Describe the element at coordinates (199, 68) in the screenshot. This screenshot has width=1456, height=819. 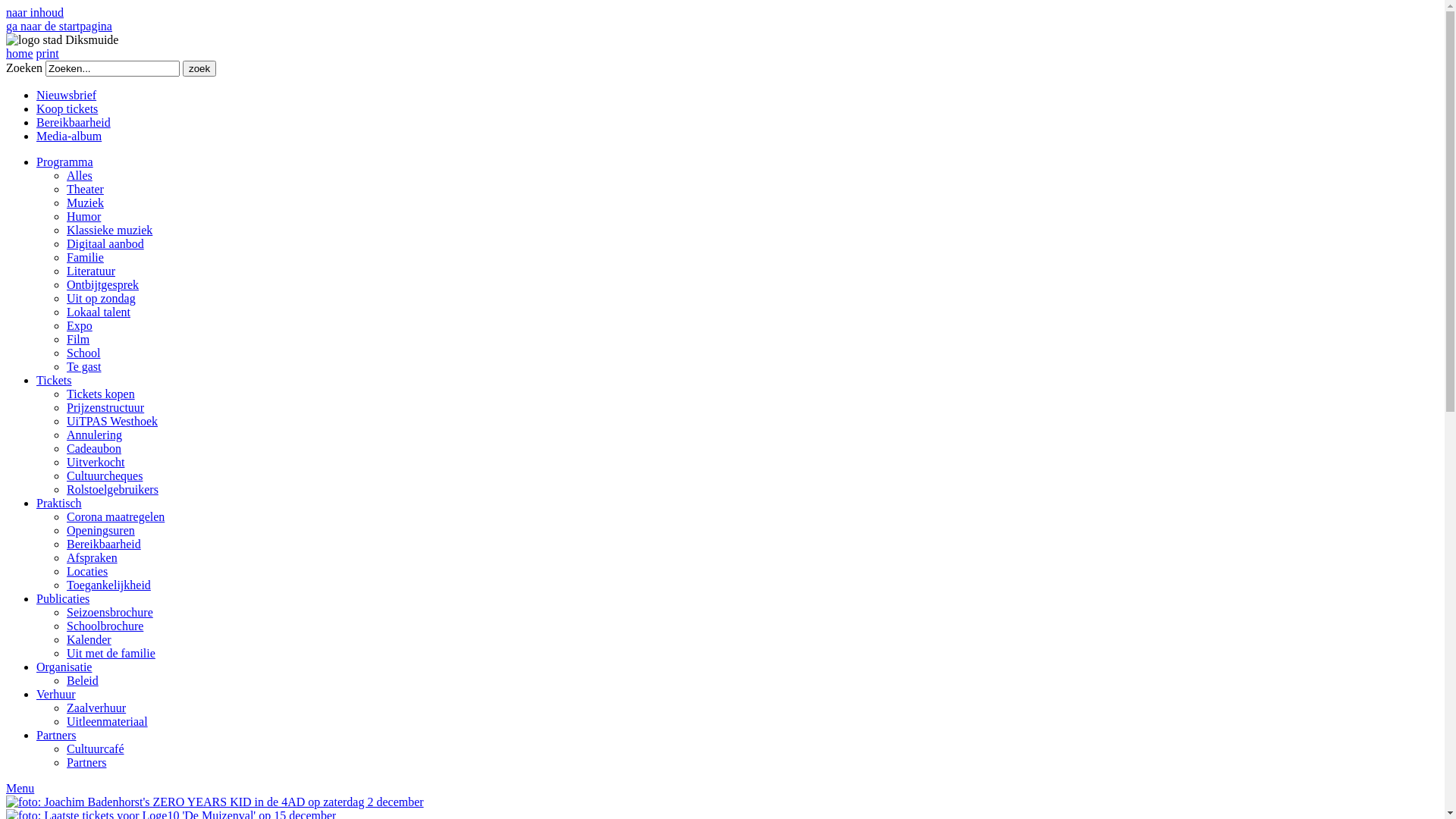
I see `'zoek'` at that location.